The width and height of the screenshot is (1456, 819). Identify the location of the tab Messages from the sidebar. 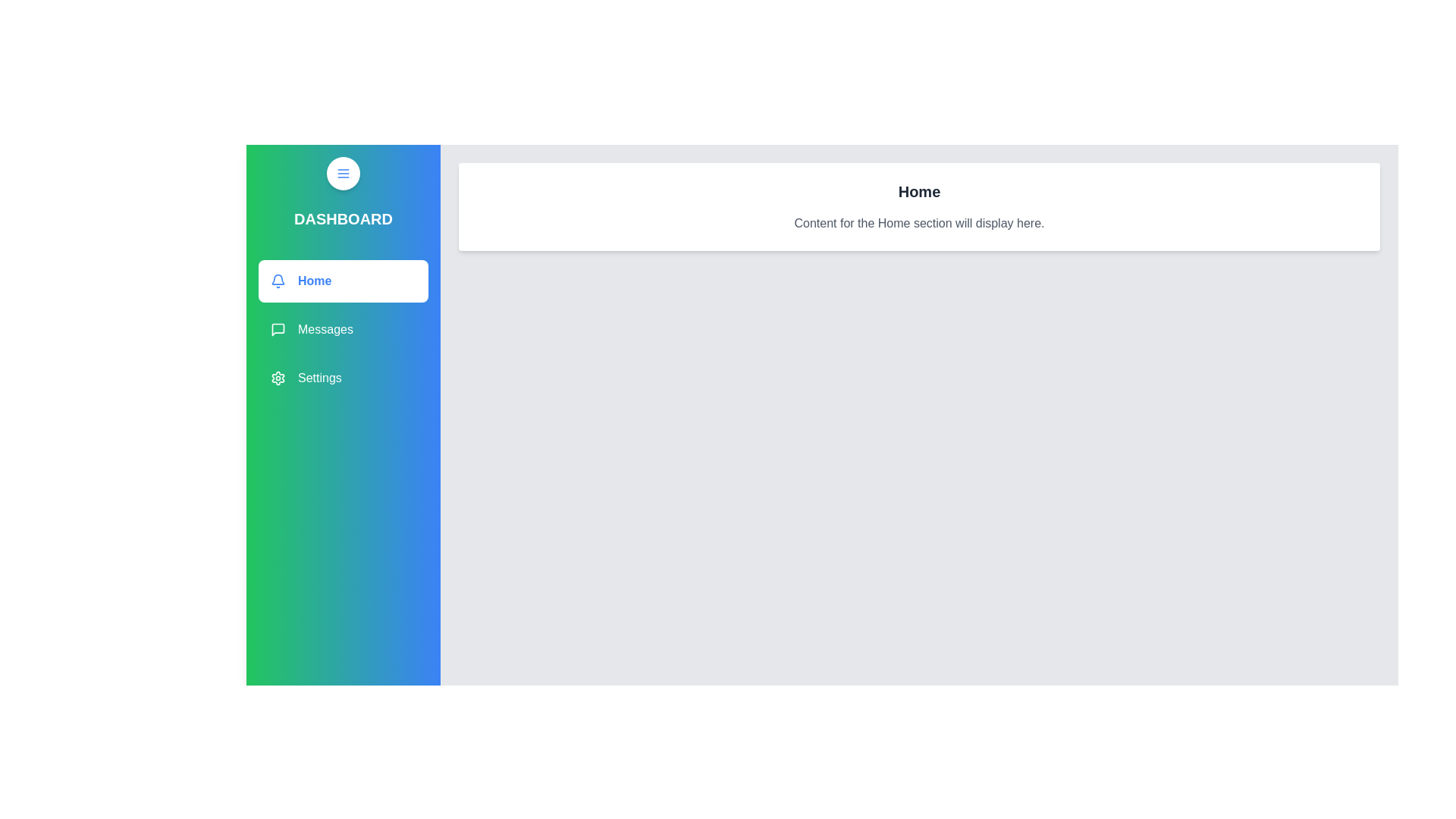
(342, 329).